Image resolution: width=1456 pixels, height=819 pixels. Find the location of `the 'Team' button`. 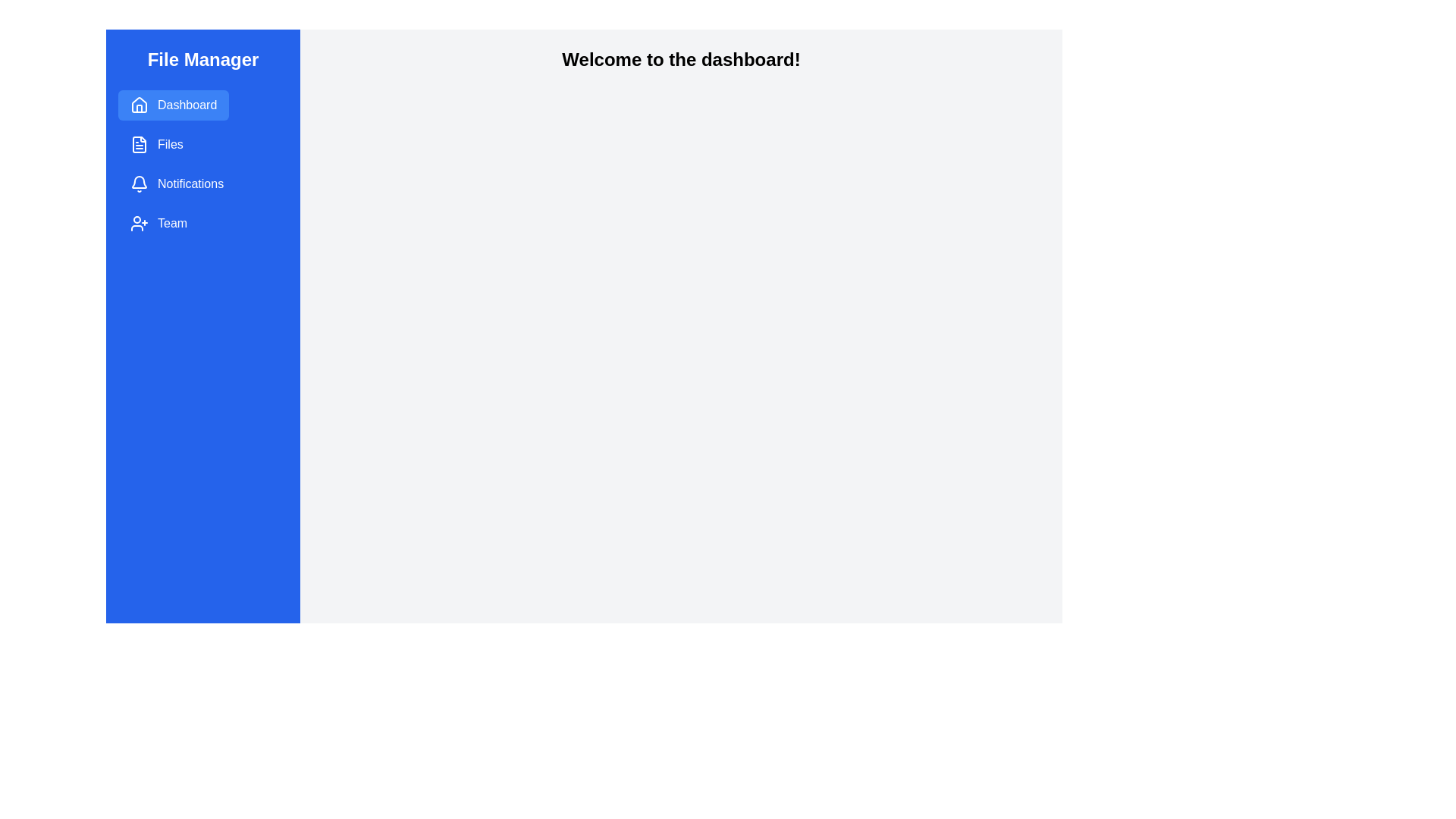

the 'Team' button is located at coordinates (158, 223).